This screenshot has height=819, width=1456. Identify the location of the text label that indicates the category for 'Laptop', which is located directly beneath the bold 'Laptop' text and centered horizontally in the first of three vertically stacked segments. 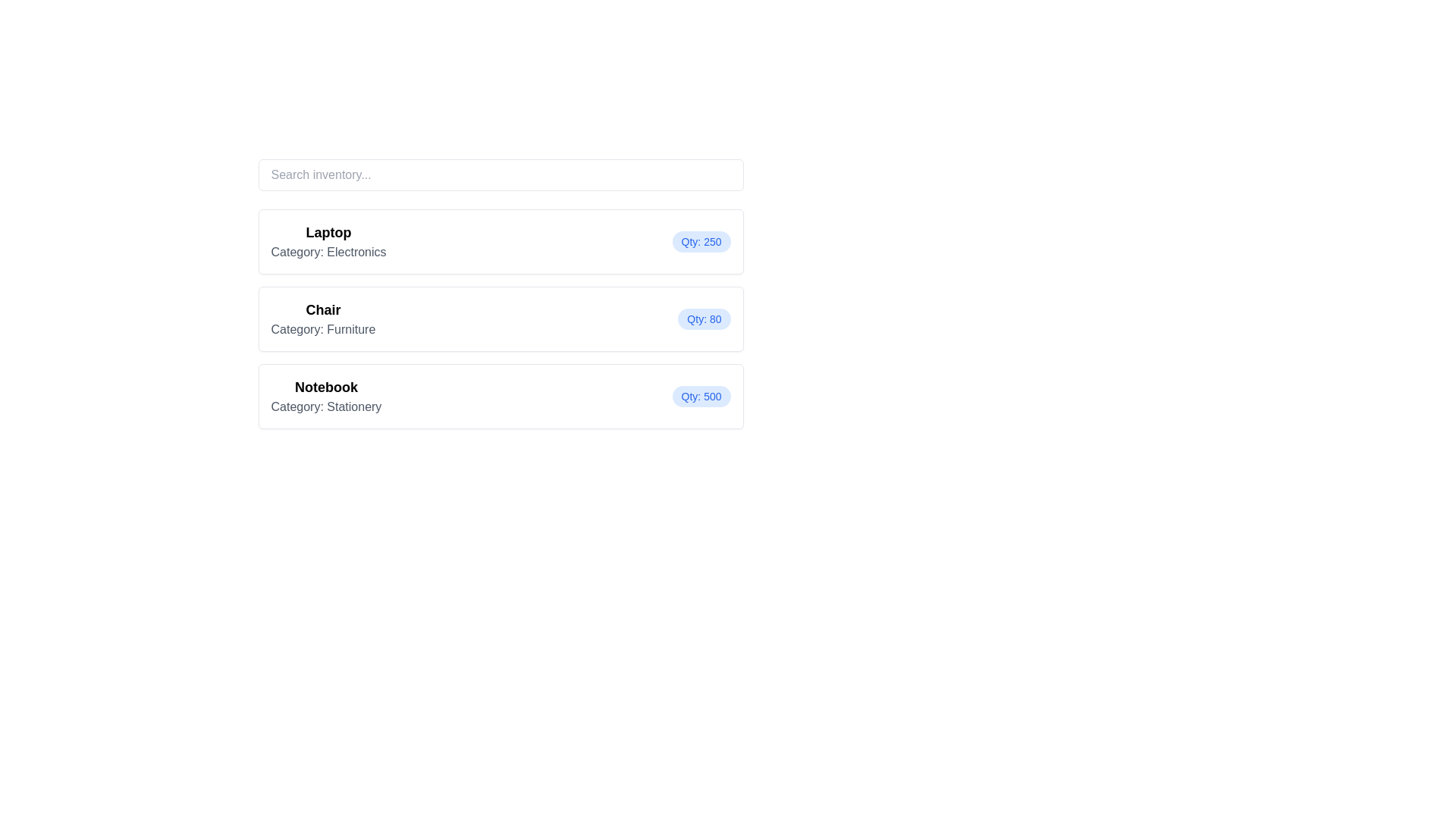
(328, 251).